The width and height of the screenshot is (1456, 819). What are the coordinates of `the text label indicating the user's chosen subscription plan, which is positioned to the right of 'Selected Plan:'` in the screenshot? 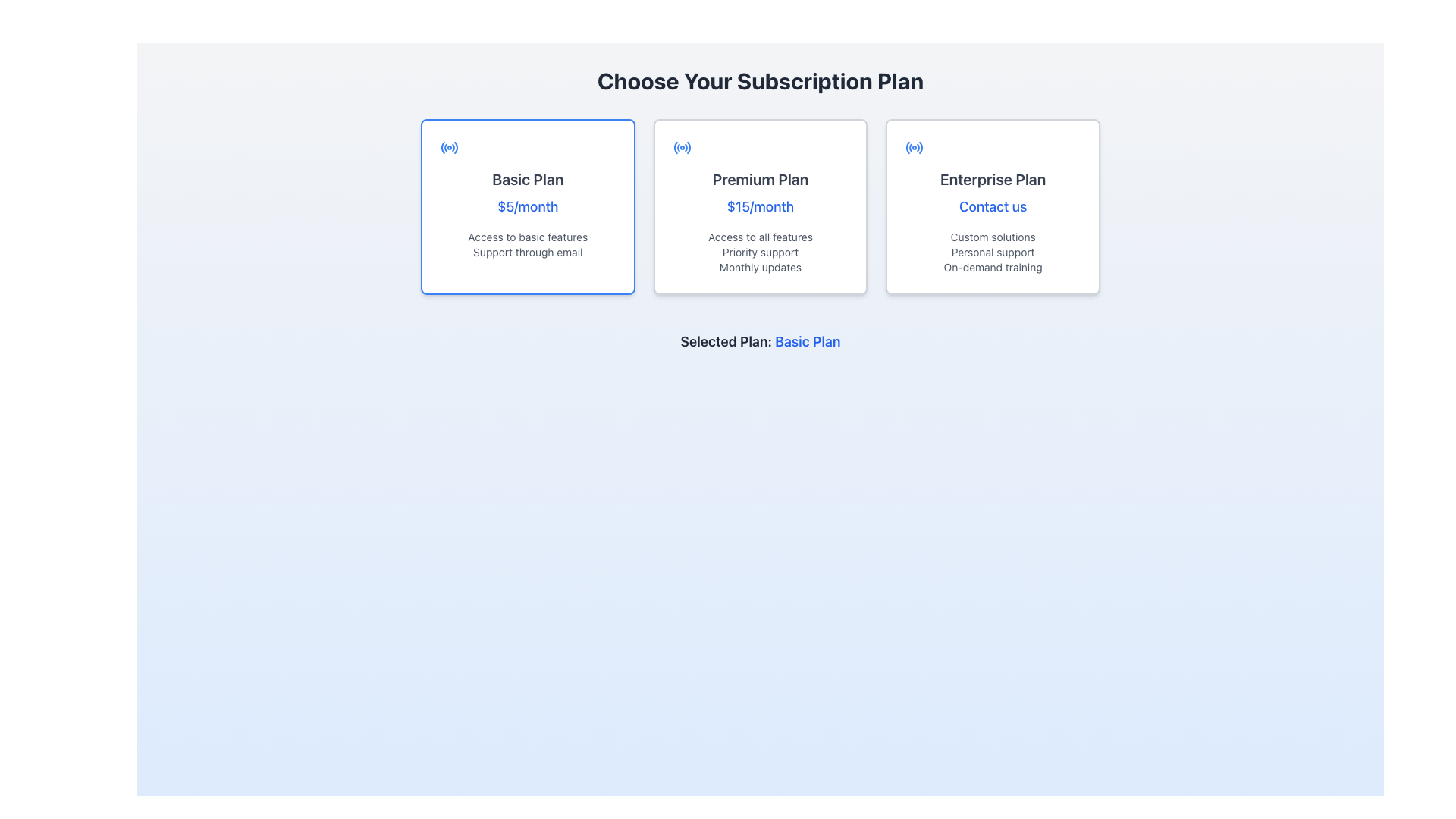 It's located at (807, 341).